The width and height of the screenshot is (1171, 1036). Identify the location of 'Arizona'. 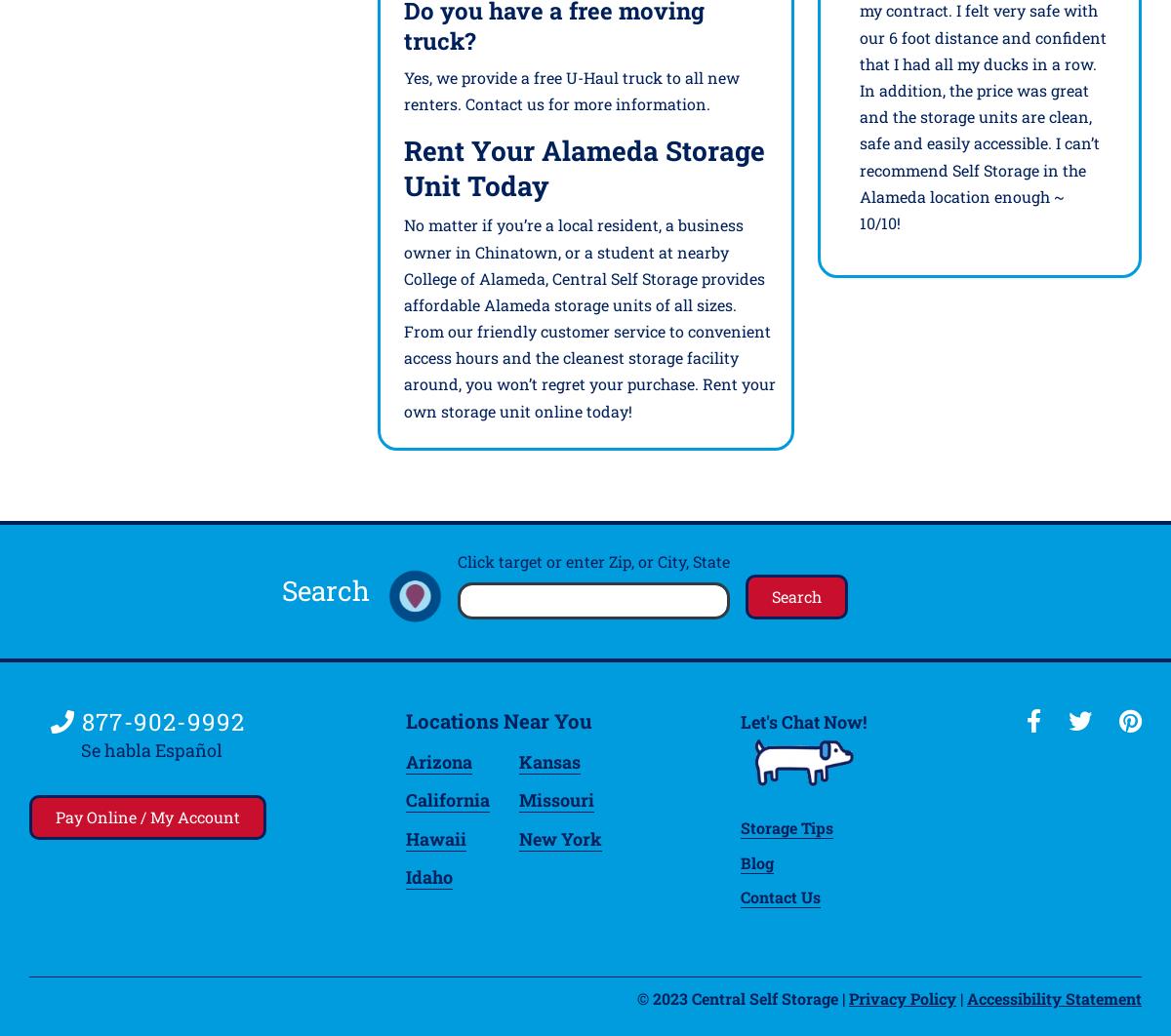
(438, 761).